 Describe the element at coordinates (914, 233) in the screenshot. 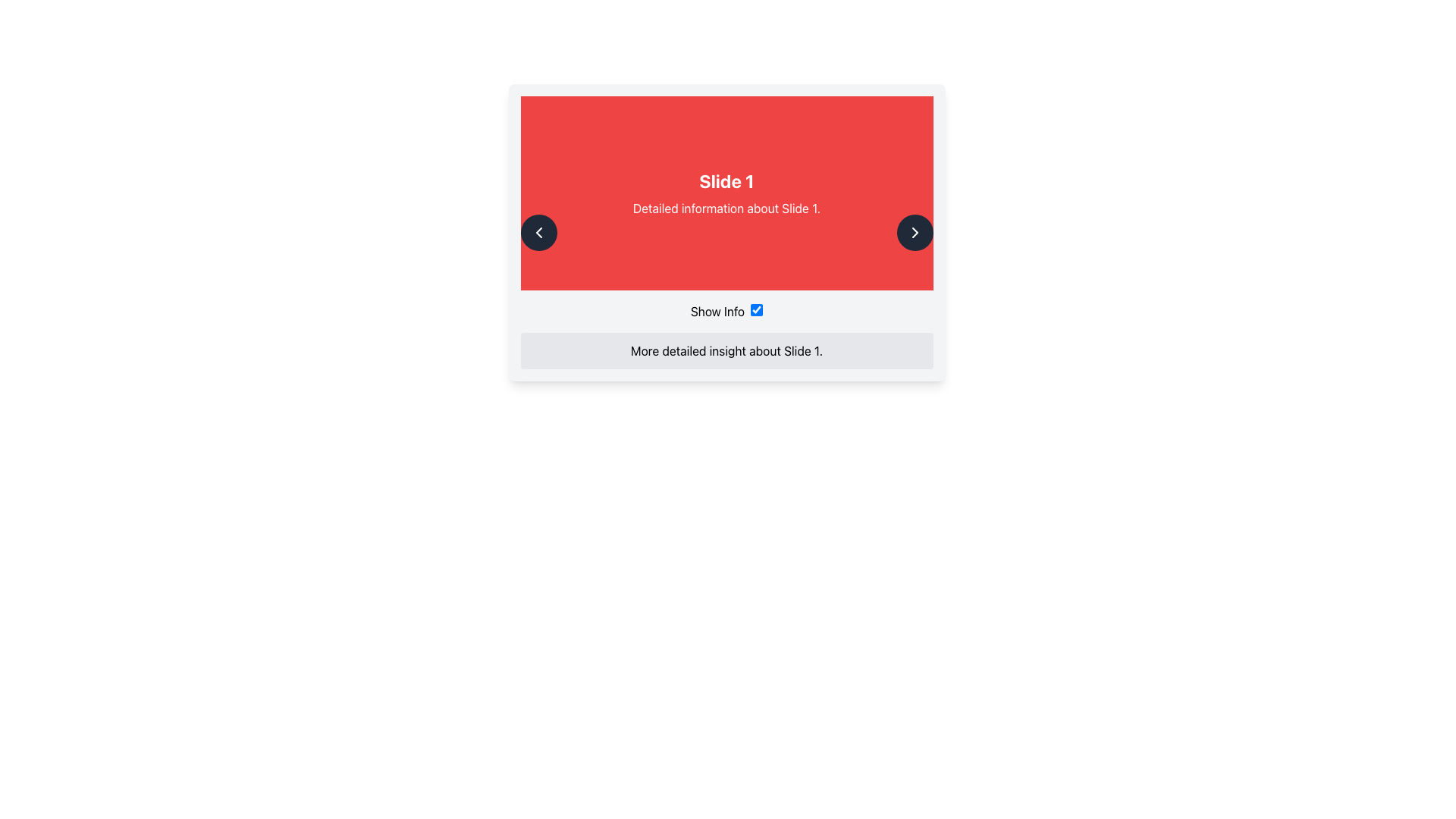

I see `the right-facing chevron-shaped SVG icon embedded in the circular button located on the right side of the red area titled 'Slide 1' for a visual effect` at that location.